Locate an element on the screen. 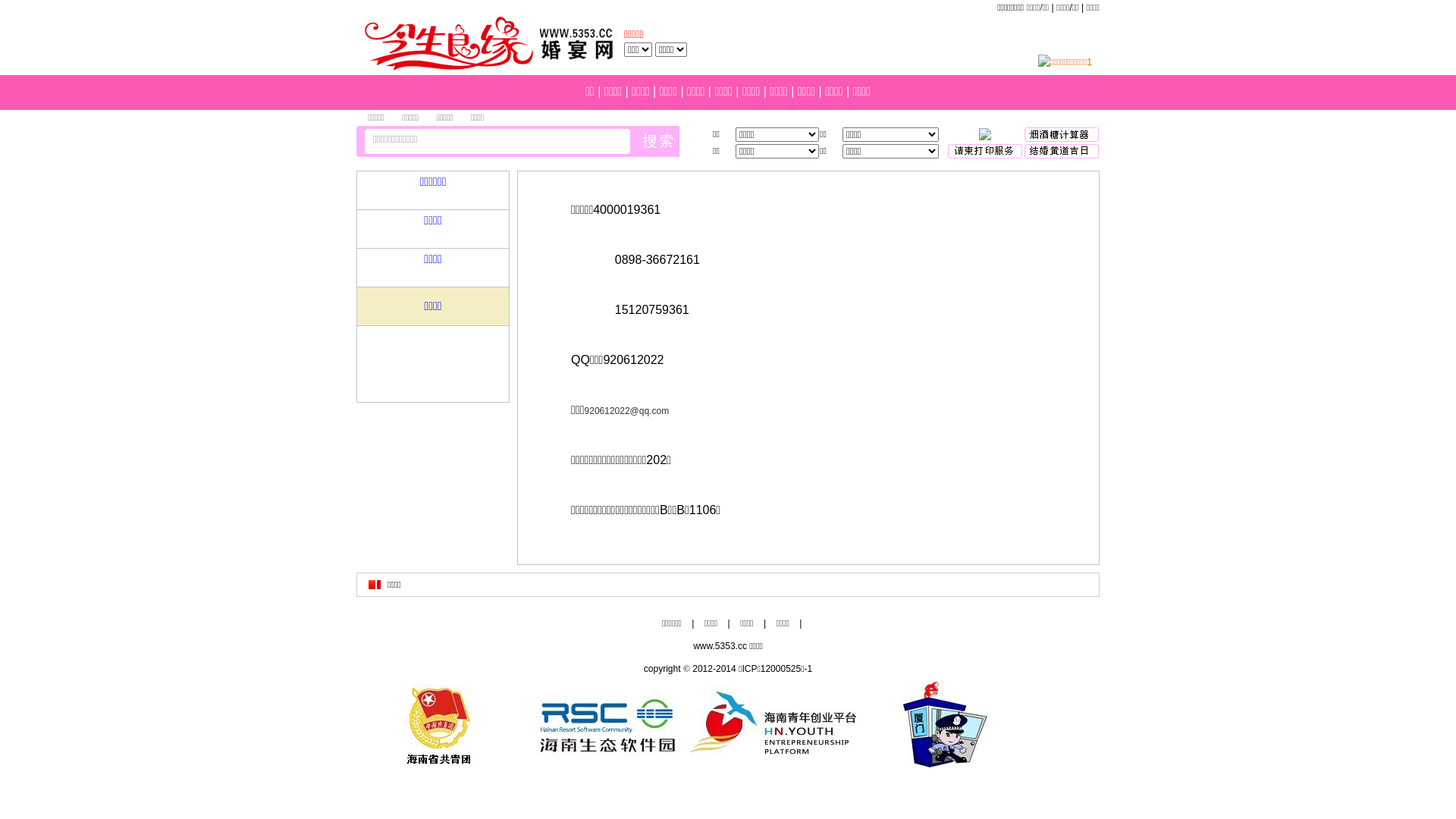  '920612022@qq.com' is located at coordinates (626, 411).